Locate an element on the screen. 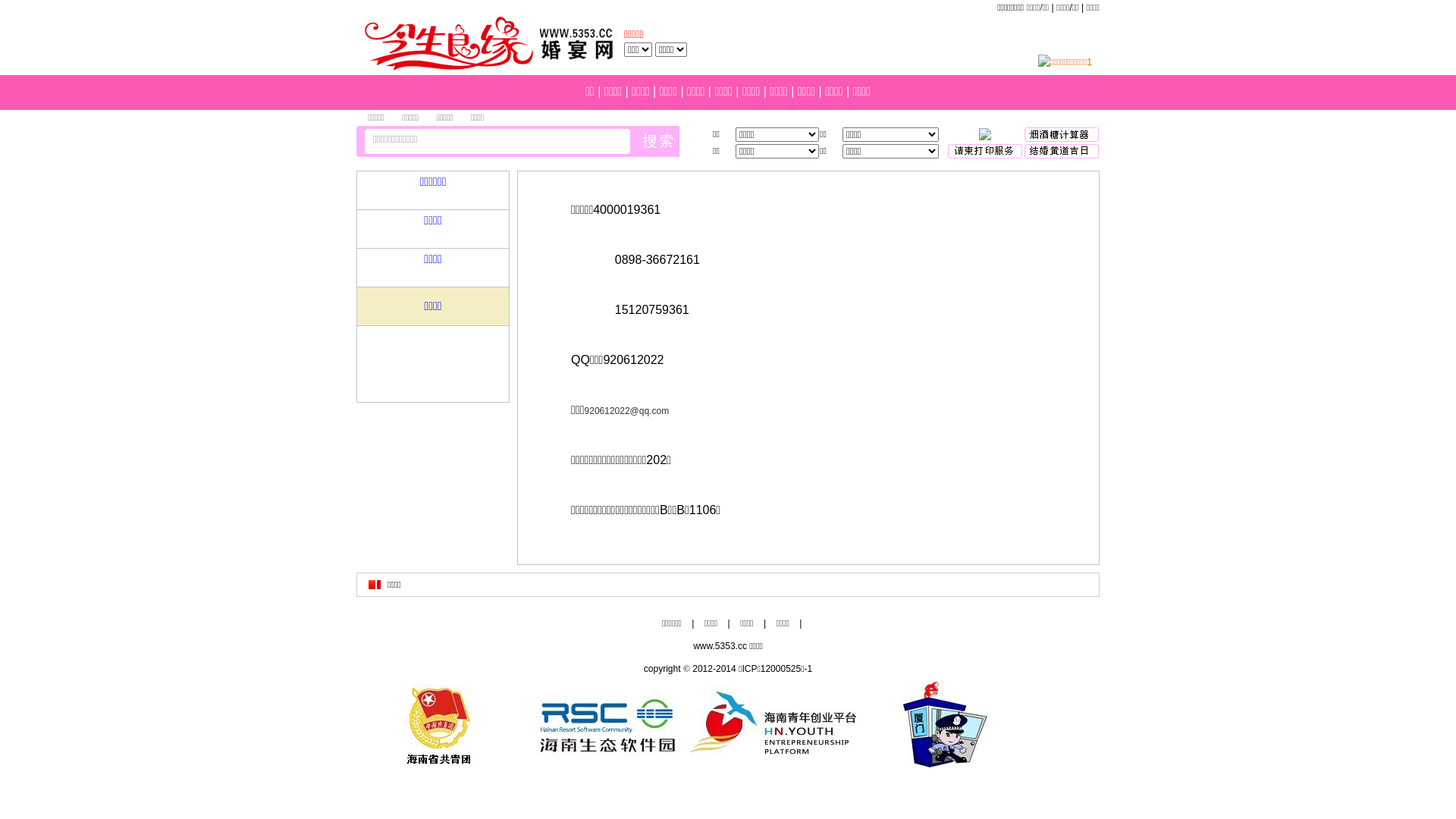  '920612022@qq.com' is located at coordinates (626, 411).